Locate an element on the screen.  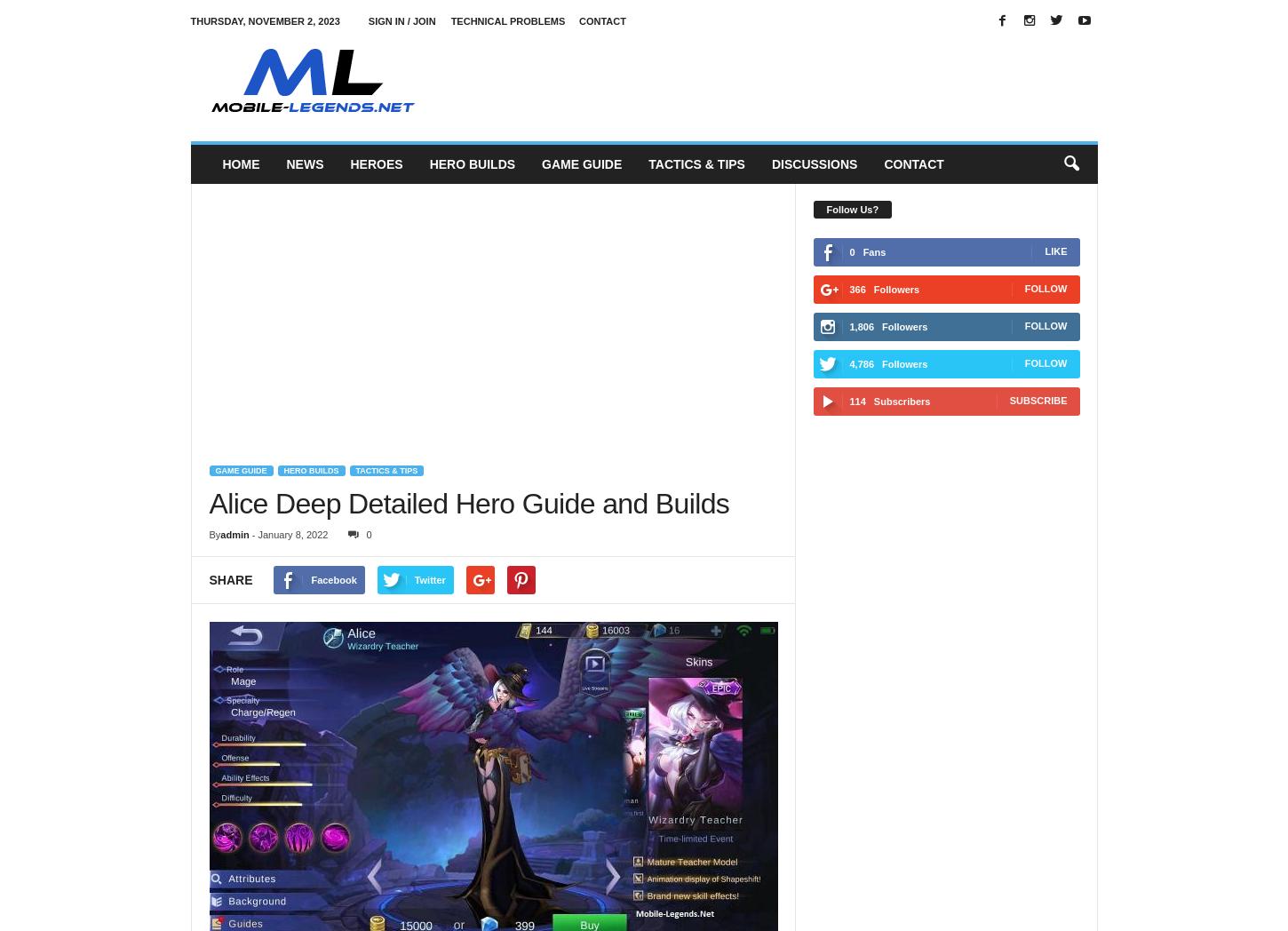
'Twitter' is located at coordinates (432, 578).